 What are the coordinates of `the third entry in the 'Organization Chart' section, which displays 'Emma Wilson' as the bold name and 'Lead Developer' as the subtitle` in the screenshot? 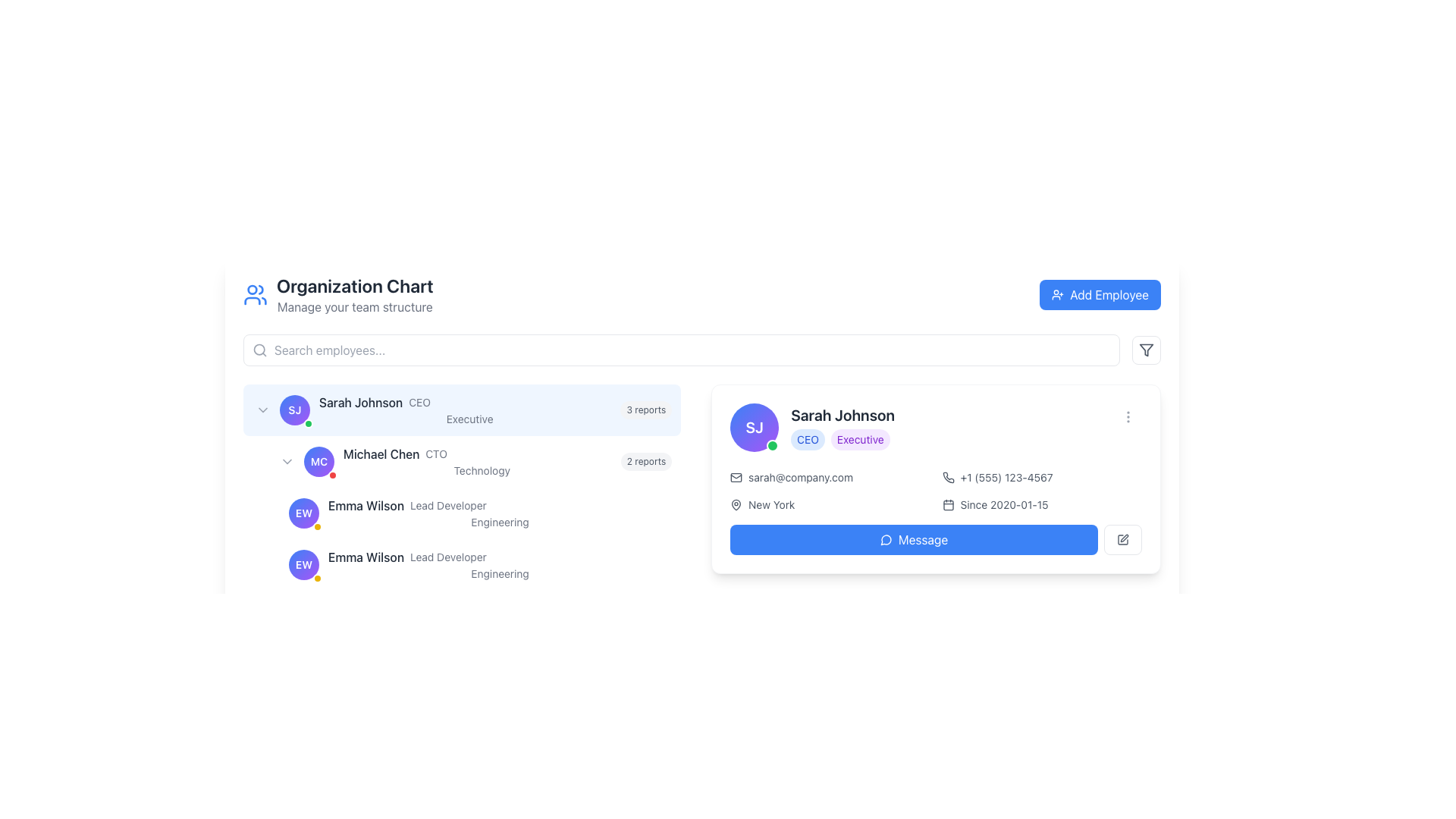 It's located at (500, 506).